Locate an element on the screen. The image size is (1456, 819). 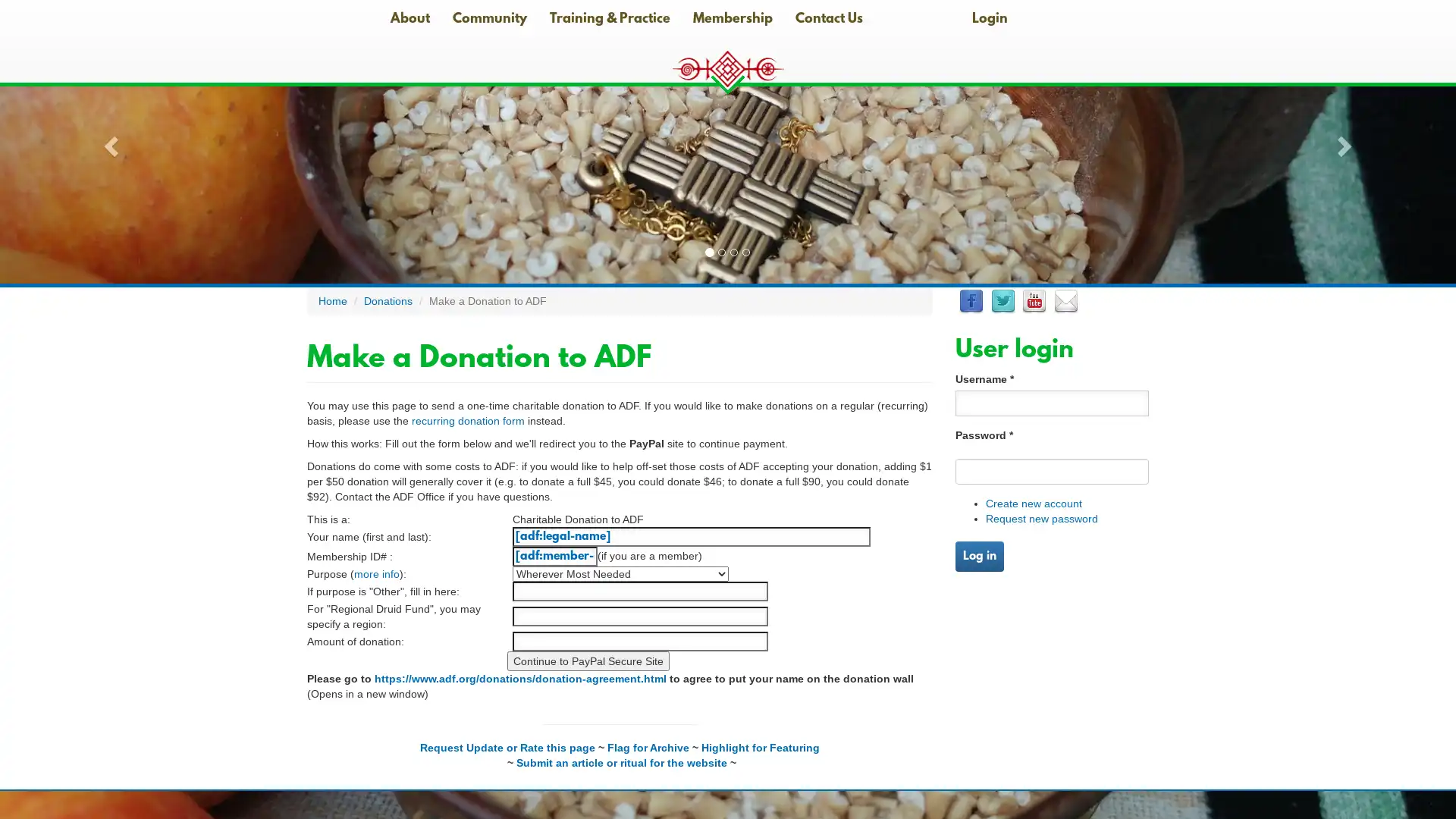
Log in is located at coordinates (979, 555).